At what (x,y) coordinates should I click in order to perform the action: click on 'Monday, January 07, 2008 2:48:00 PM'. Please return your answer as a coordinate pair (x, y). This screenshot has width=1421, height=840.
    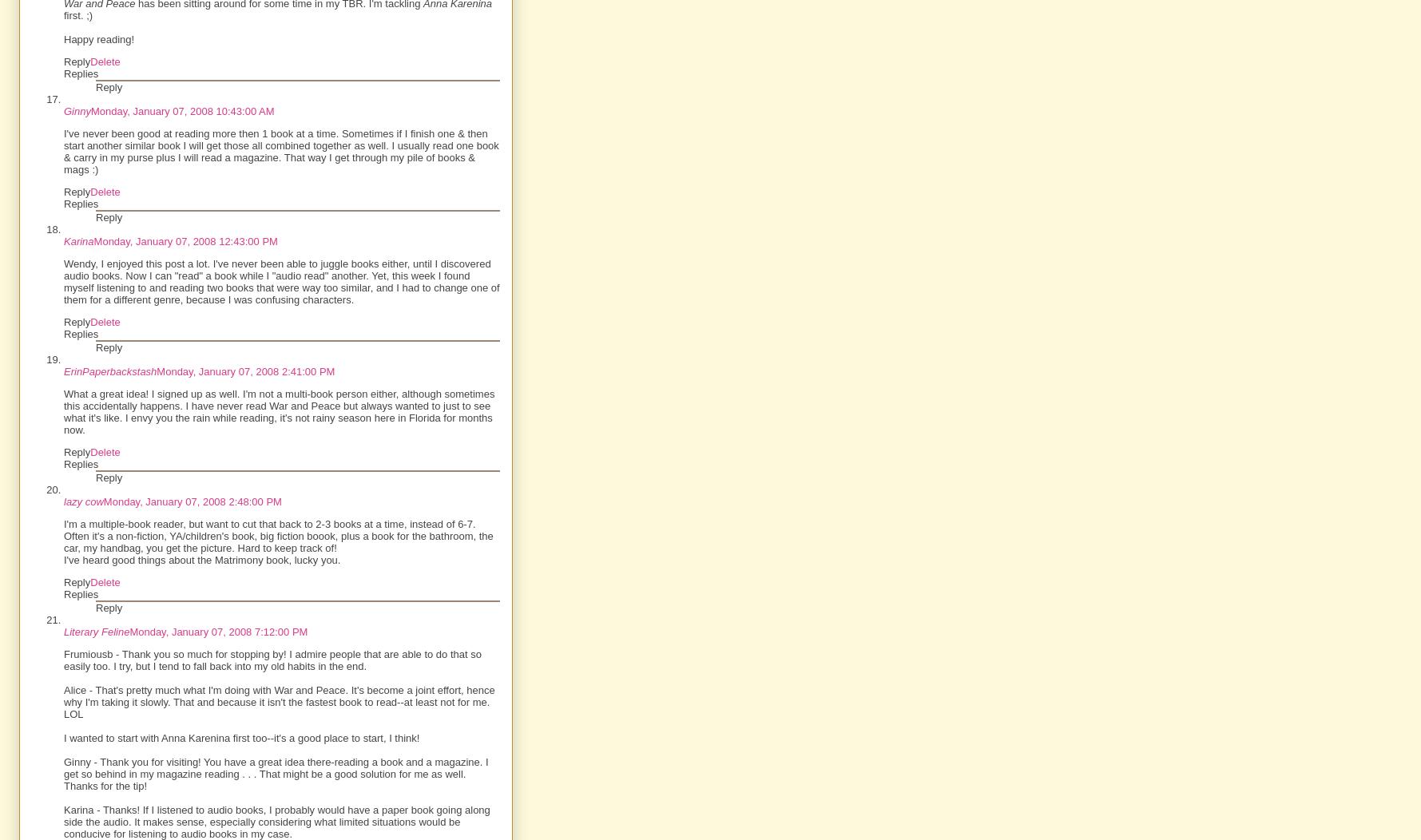
    Looking at the image, I should click on (101, 501).